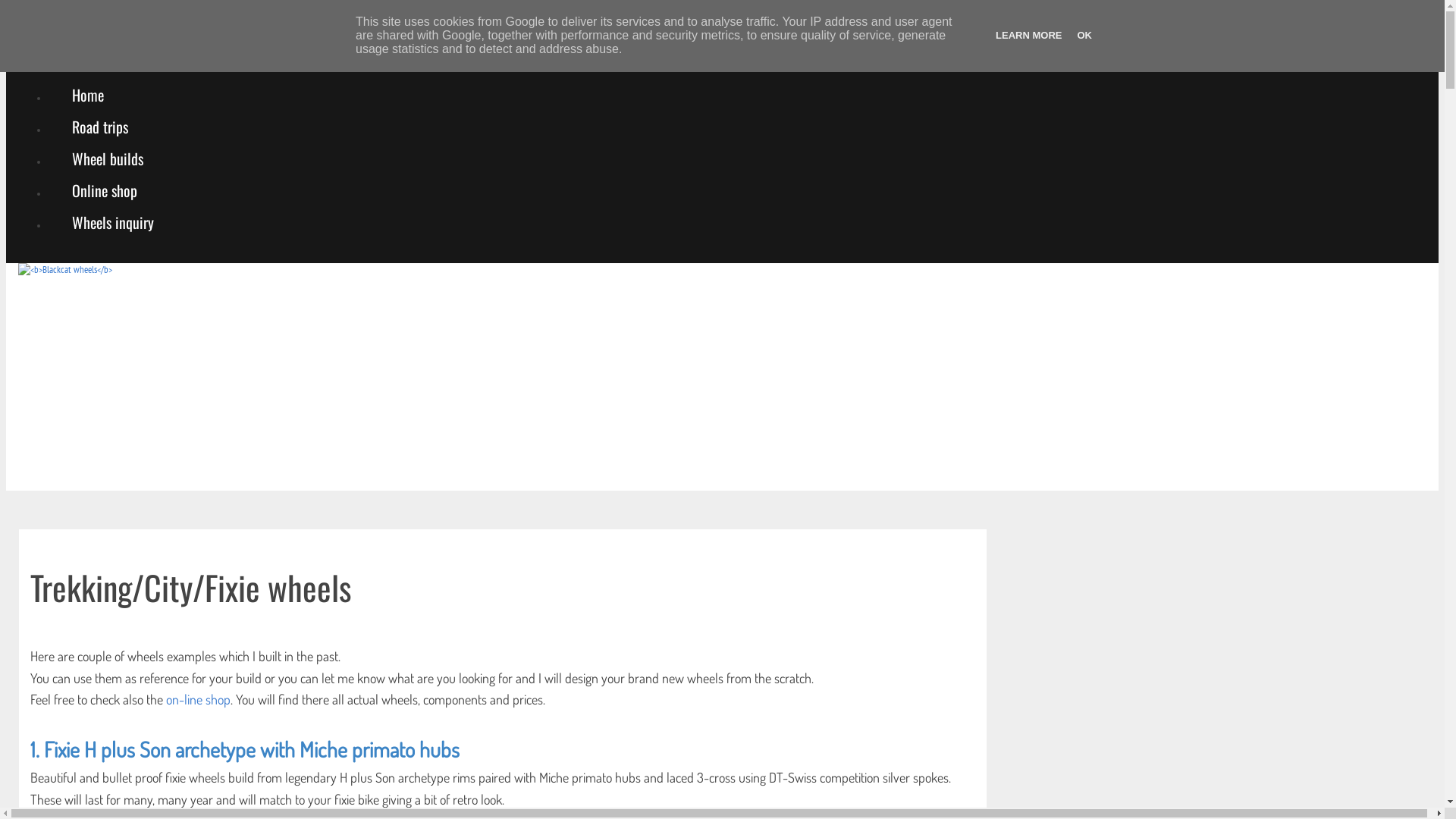 The height and width of the screenshot is (819, 1456). Describe the element at coordinates (48, 222) in the screenshot. I see `'Wheels inquiry'` at that location.